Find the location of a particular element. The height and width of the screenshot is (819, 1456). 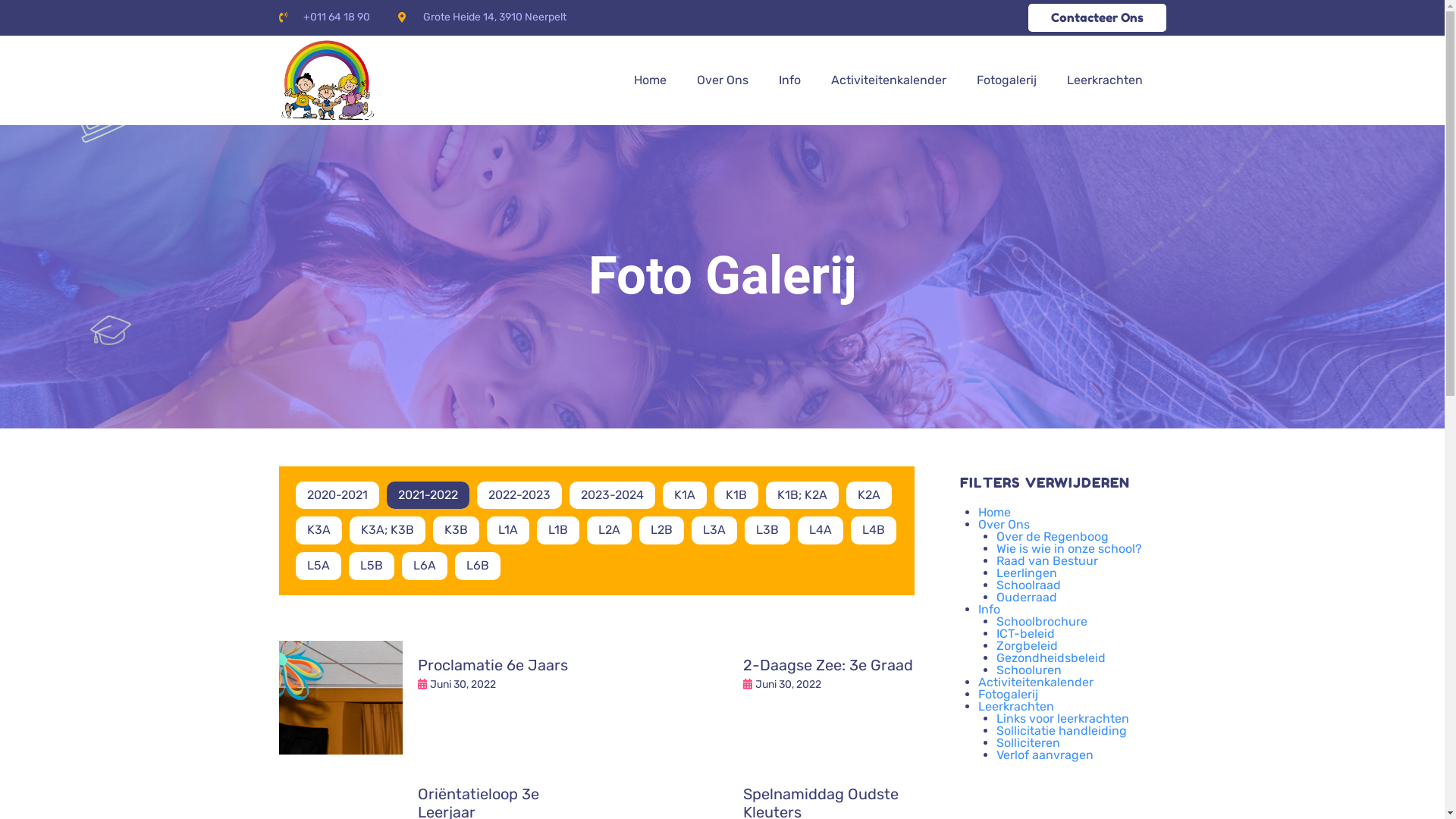

'Info' is located at coordinates (978, 608).